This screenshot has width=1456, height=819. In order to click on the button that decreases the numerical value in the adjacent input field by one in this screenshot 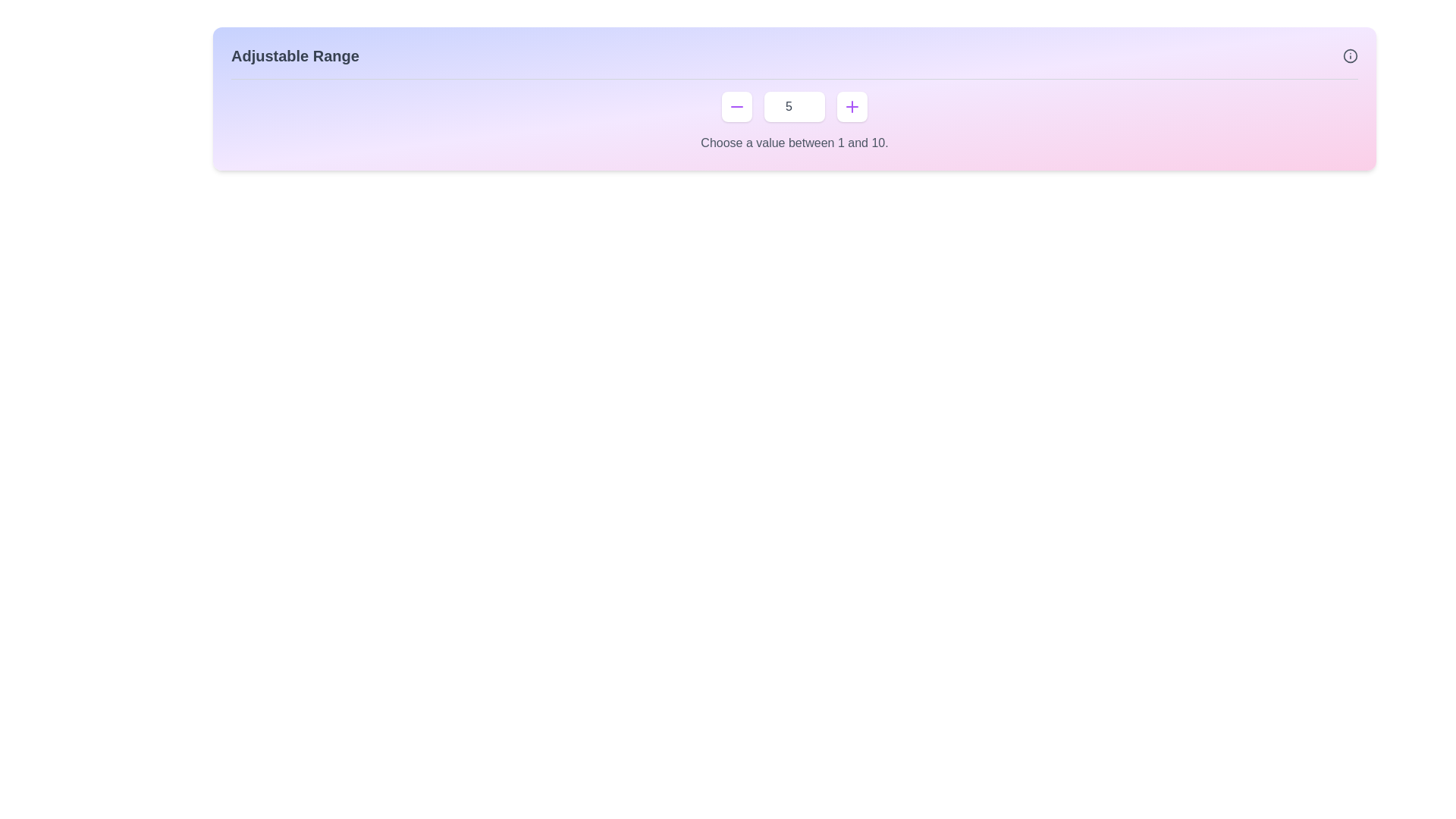, I will do `click(736, 106)`.